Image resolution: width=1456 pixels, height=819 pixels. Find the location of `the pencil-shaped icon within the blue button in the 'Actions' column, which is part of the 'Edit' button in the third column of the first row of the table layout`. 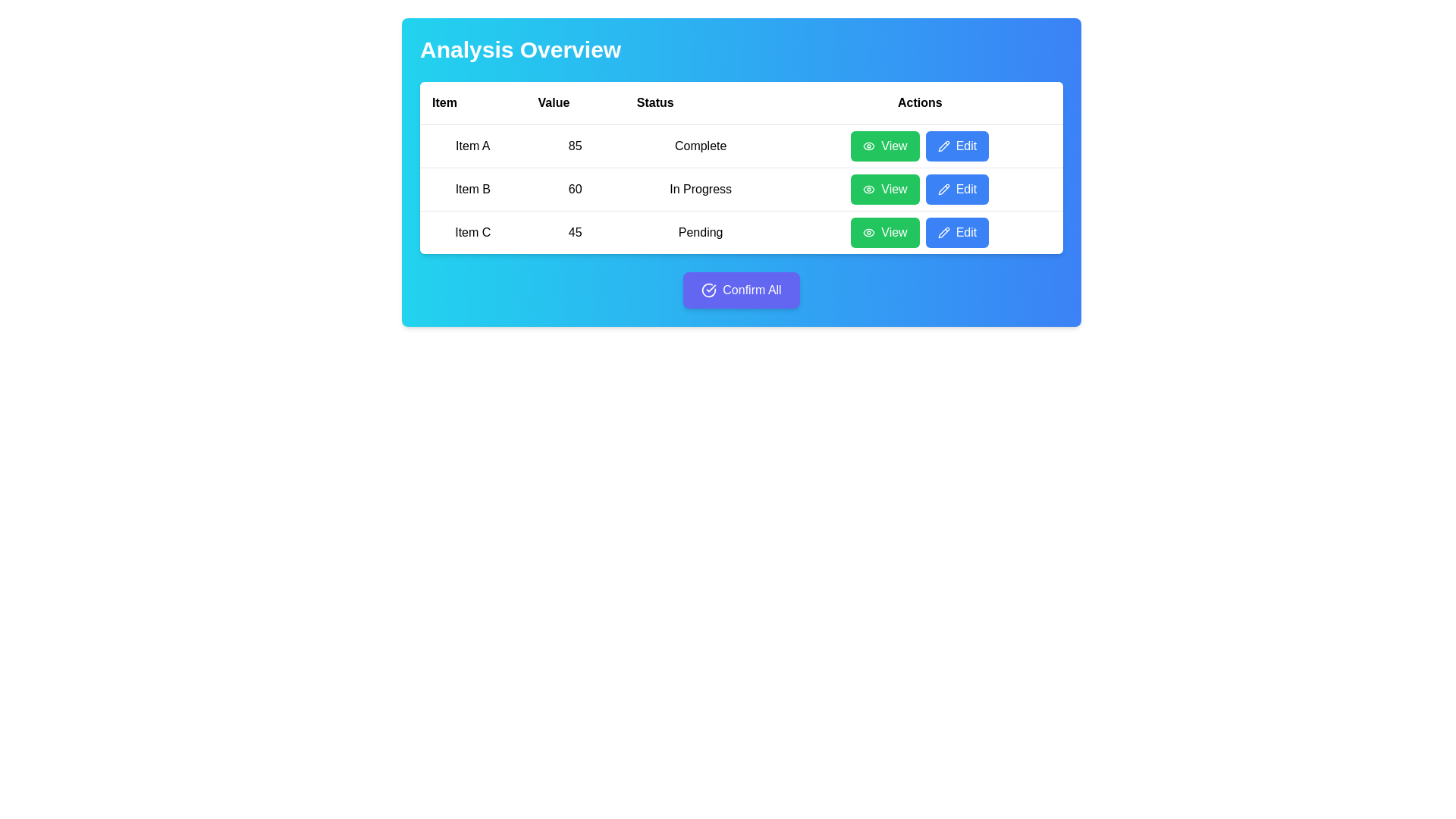

the pencil-shaped icon within the blue button in the 'Actions' column, which is part of the 'Edit' button in the third column of the first row of the table layout is located at coordinates (943, 146).